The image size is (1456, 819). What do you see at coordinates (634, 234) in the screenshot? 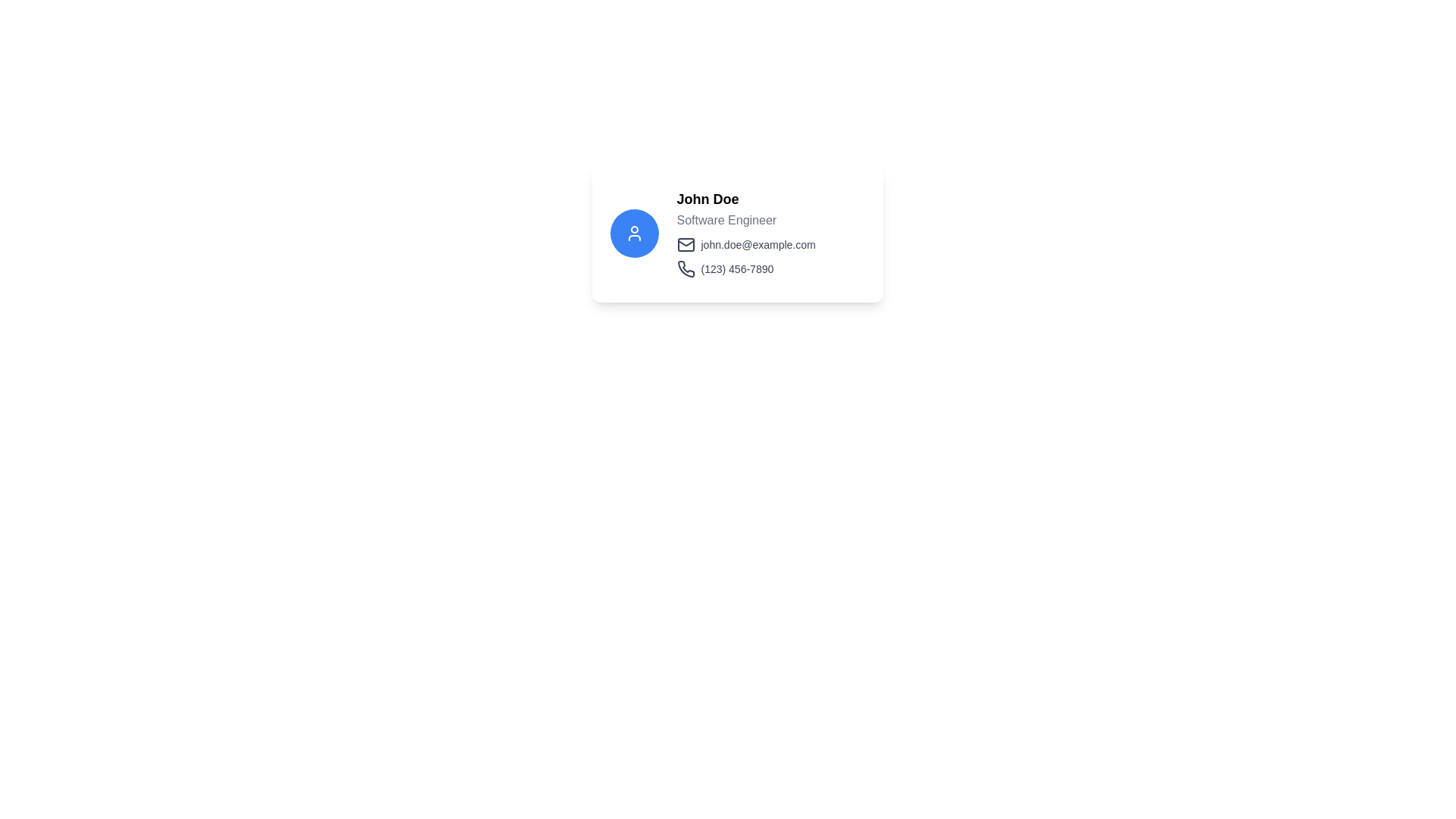
I see `the blue circular icon with a white outline of a person, which is located to the left of the text section in the contact card layout` at bounding box center [634, 234].